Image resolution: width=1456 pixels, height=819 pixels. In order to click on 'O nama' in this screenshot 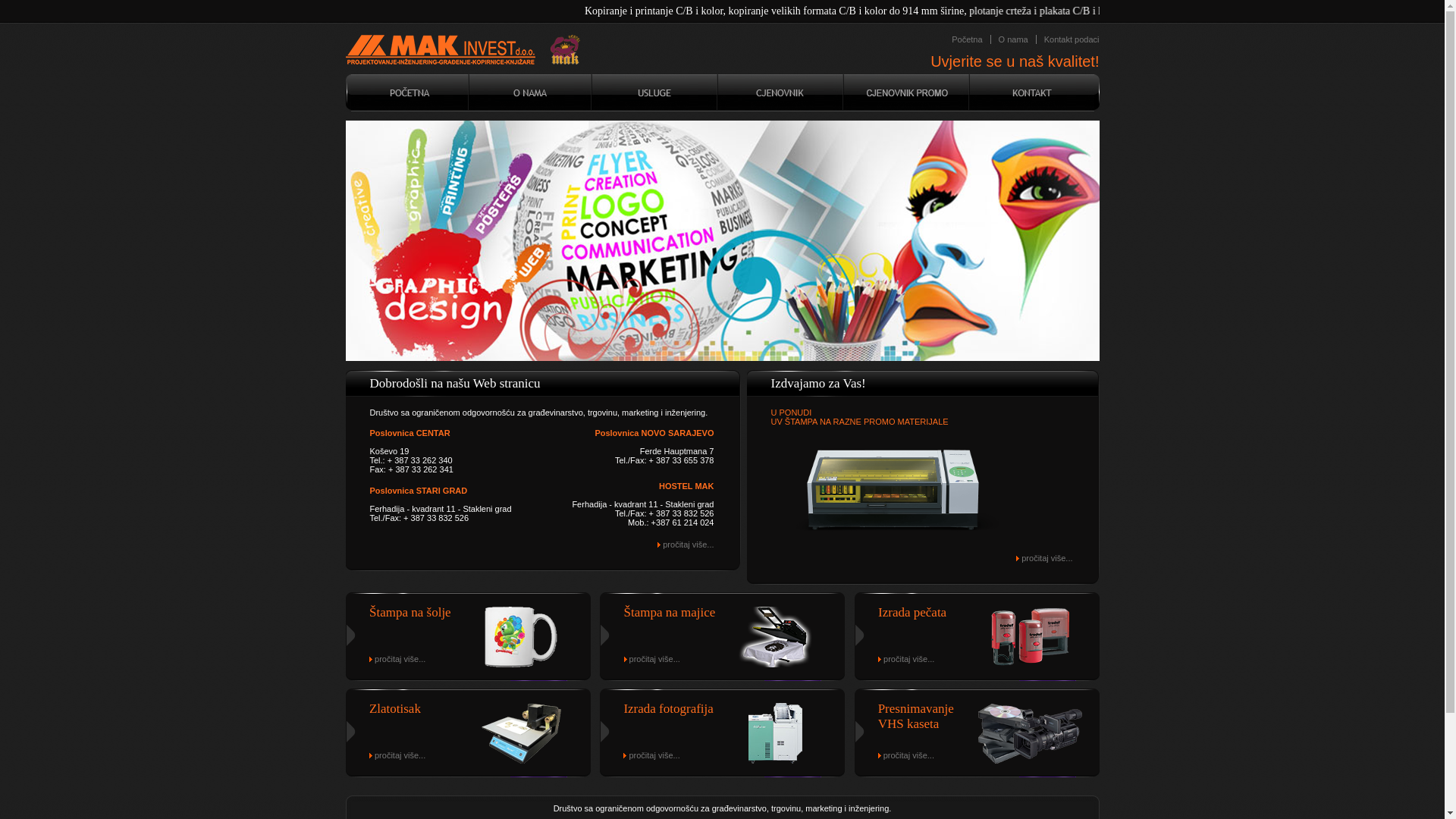, I will do `click(1013, 38)`.